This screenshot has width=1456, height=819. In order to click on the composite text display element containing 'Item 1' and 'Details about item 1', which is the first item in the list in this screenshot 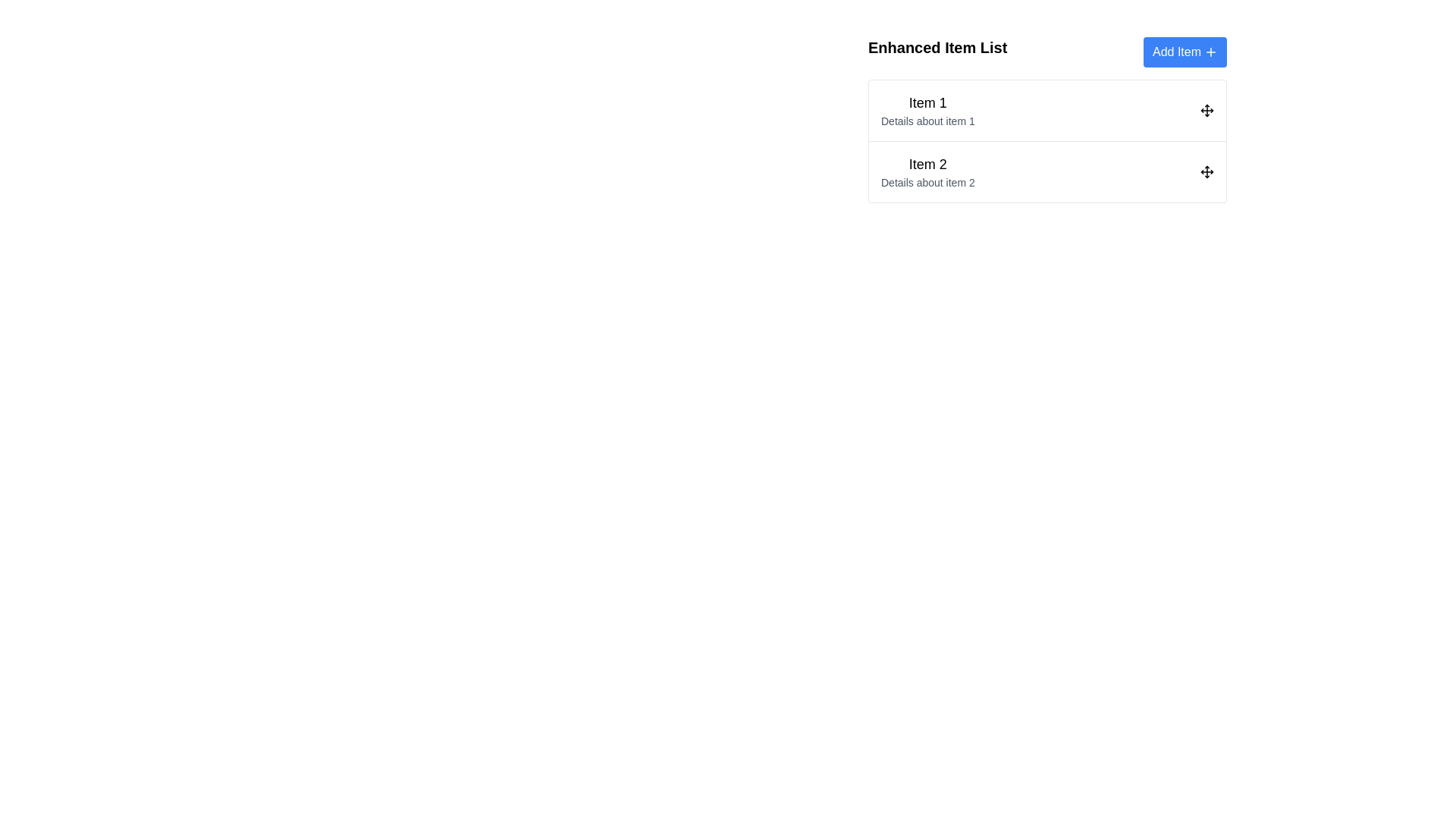, I will do `click(927, 110)`.